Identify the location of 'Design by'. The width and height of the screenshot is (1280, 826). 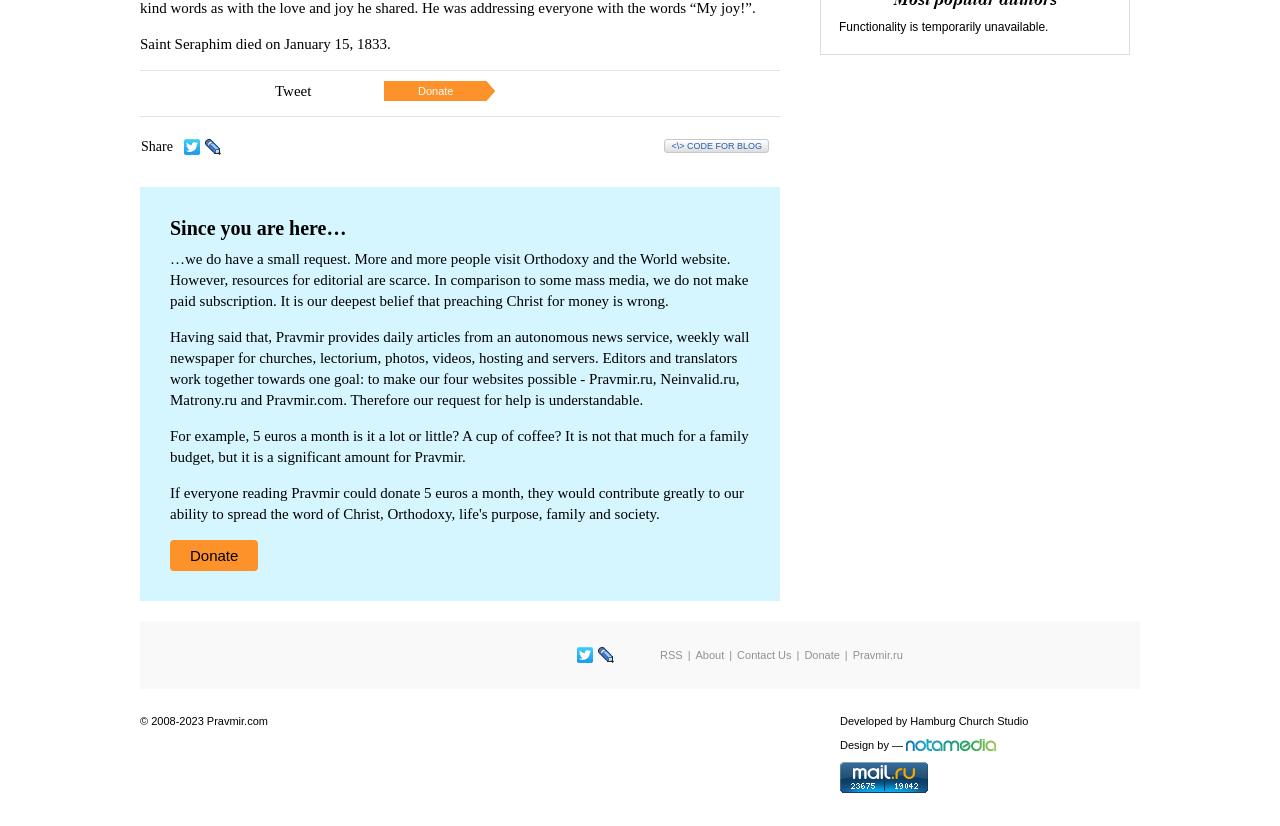
(864, 743).